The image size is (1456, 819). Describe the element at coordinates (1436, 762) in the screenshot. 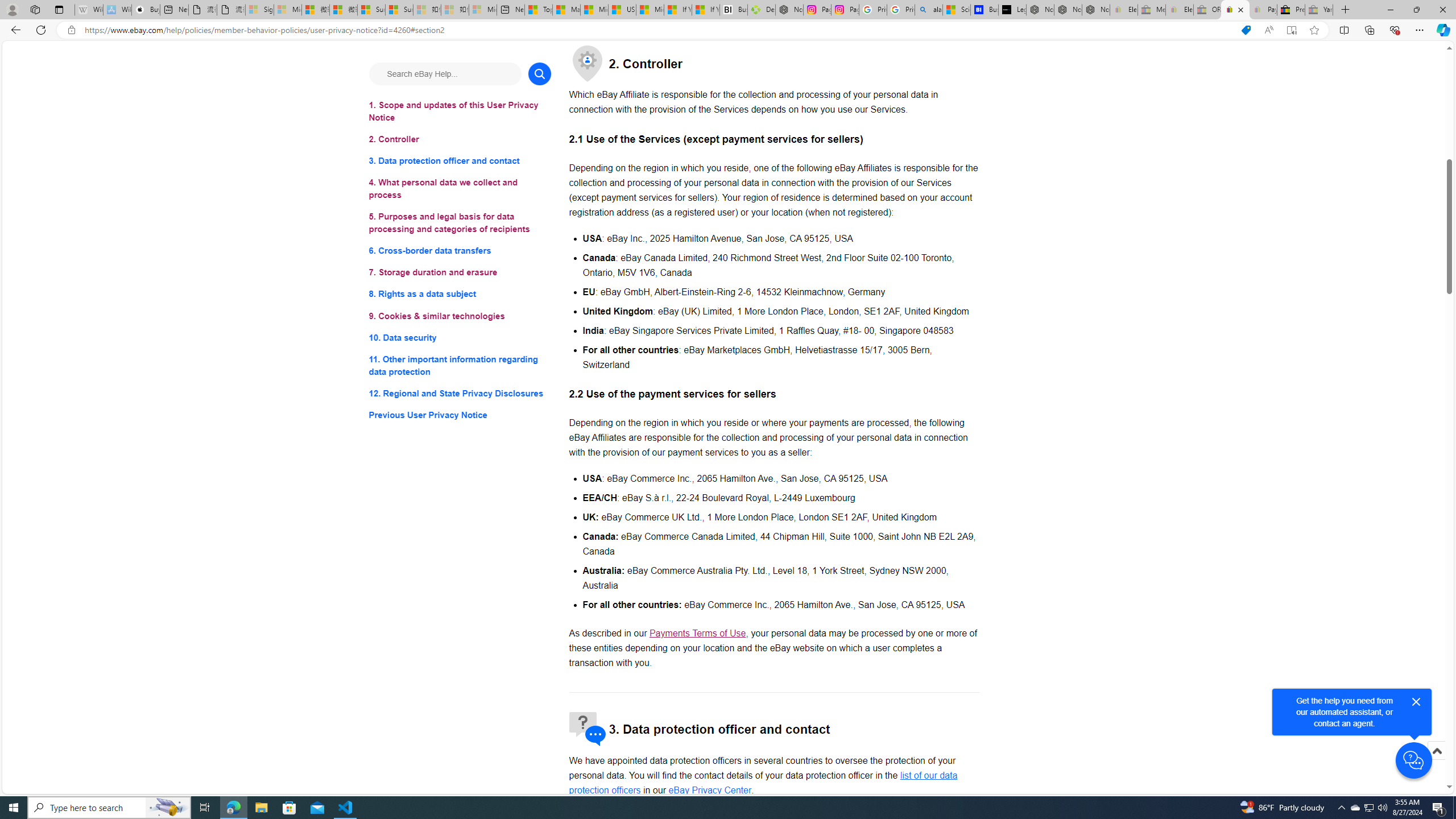

I see `'Scroll to top'` at that location.